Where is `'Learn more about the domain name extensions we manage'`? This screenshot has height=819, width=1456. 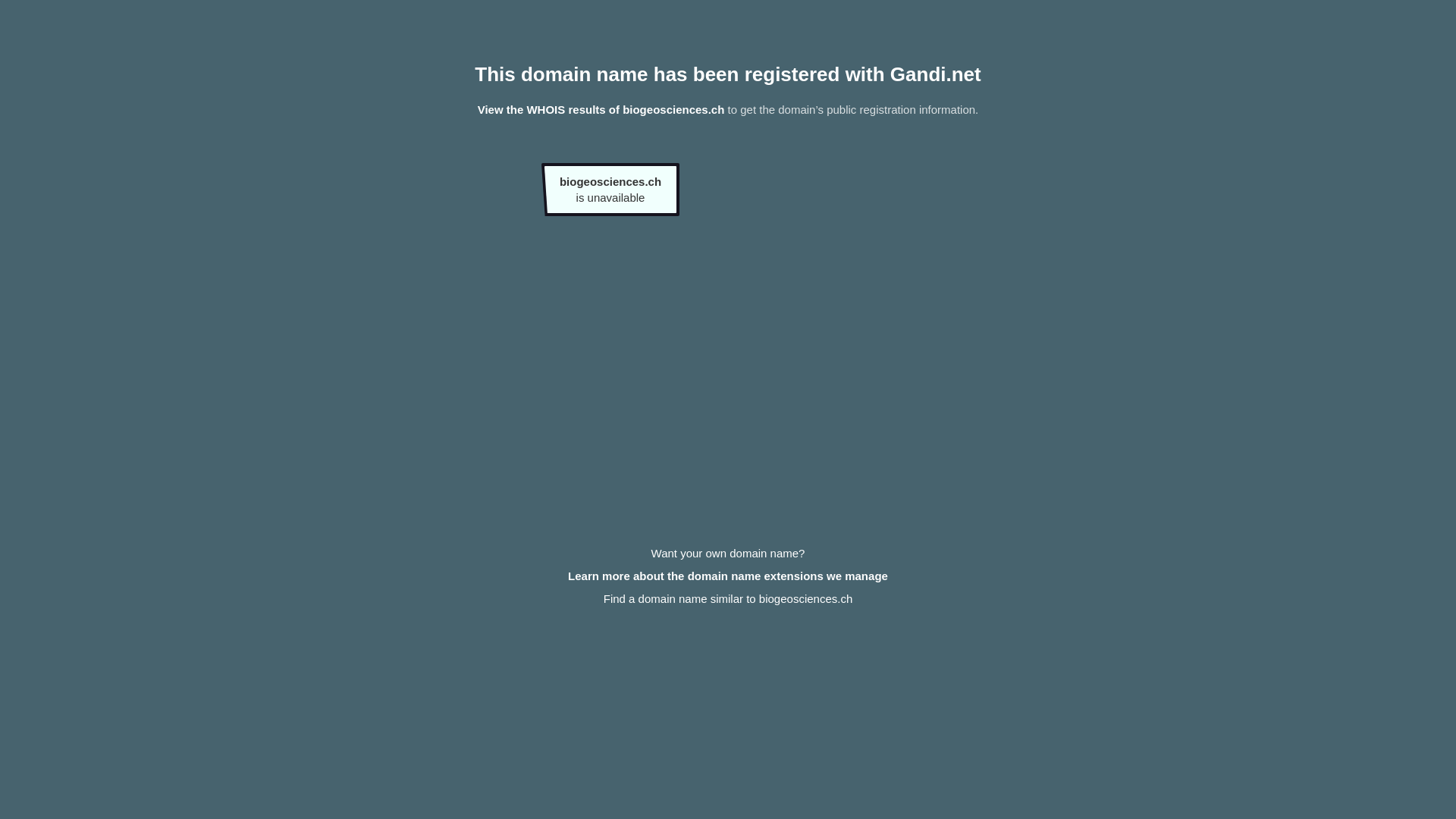
'Learn more about the domain name extensions we manage' is located at coordinates (728, 576).